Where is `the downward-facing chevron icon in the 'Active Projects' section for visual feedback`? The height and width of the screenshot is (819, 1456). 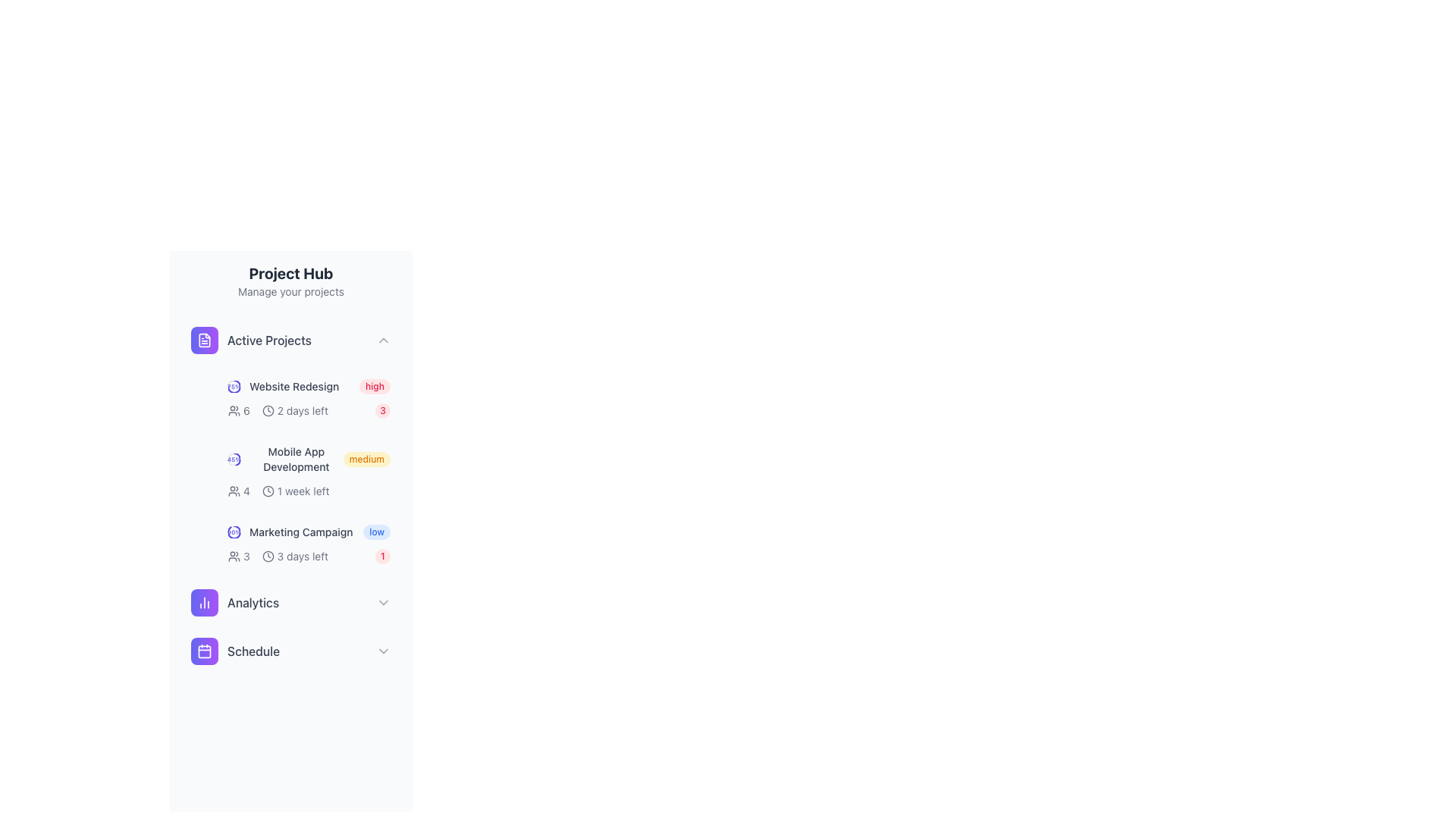
the downward-facing chevron icon in the 'Active Projects' section for visual feedback is located at coordinates (383, 339).